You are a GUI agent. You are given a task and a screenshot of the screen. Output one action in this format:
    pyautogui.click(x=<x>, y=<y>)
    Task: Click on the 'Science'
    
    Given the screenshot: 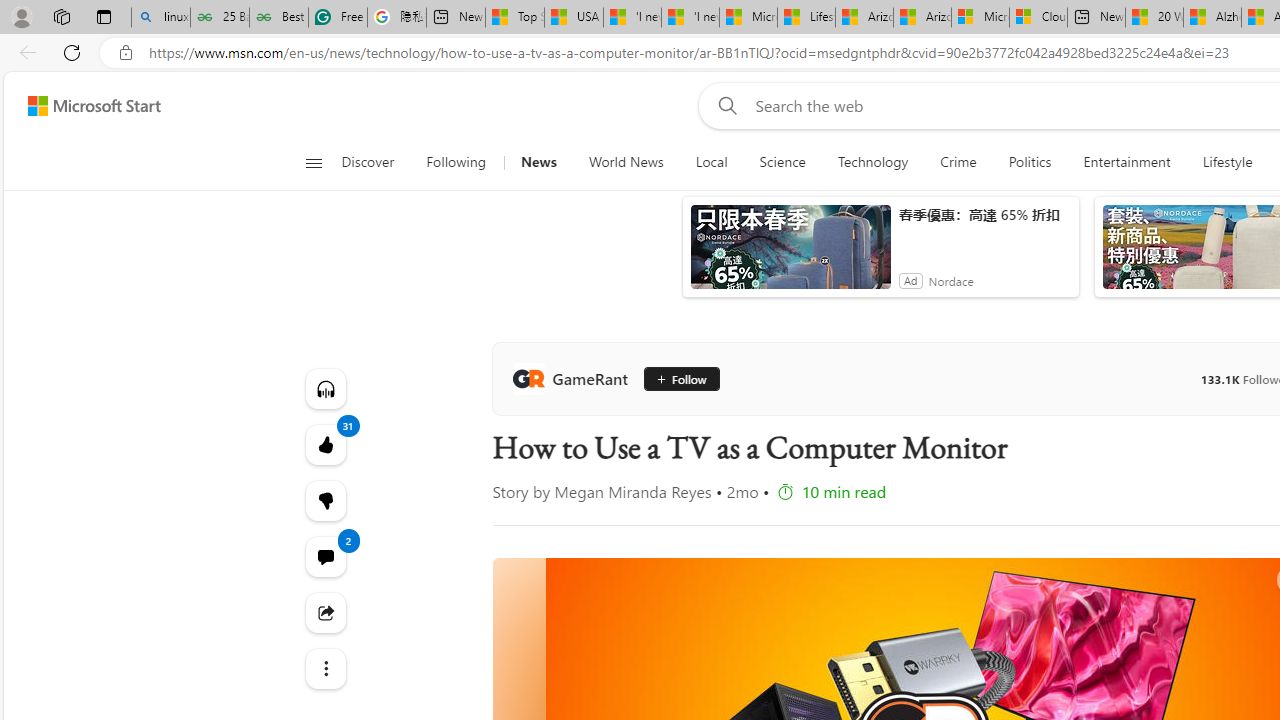 What is the action you would take?
    pyautogui.click(x=781, y=162)
    